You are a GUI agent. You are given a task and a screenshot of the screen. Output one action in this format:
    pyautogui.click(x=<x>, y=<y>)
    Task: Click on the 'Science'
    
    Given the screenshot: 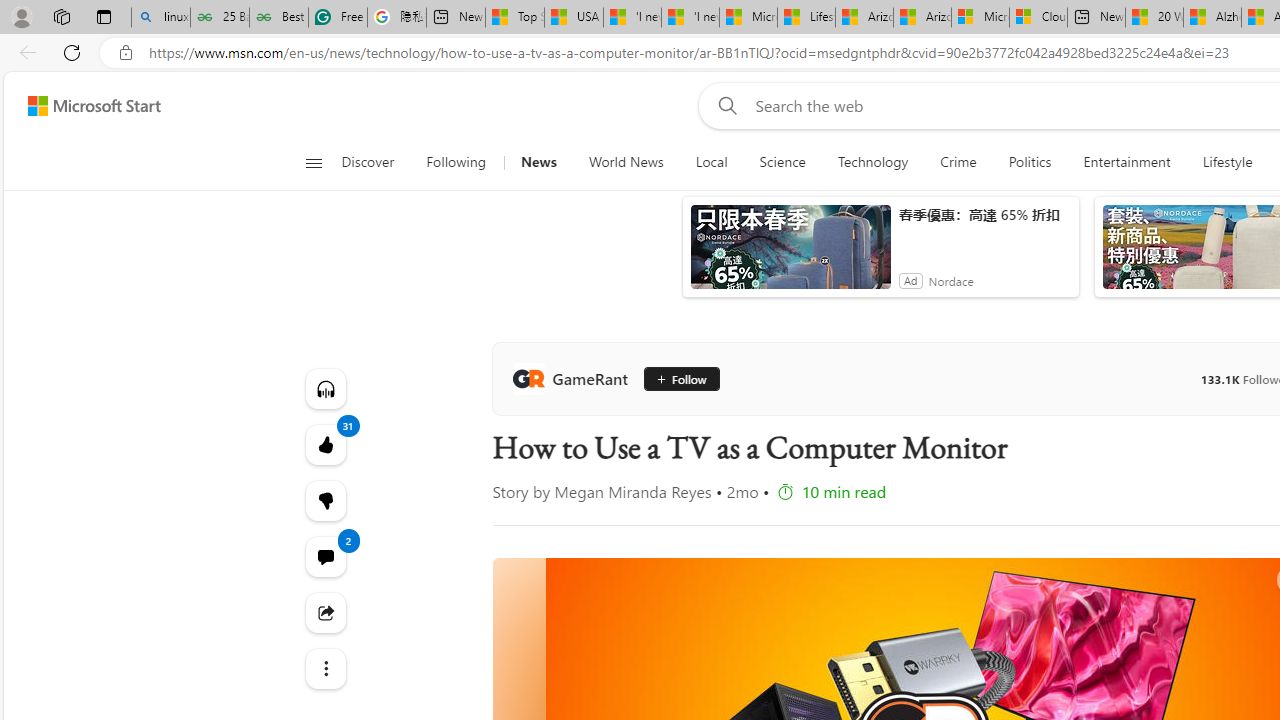 What is the action you would take?
    pyautogui.click(x=781, y=162)
    